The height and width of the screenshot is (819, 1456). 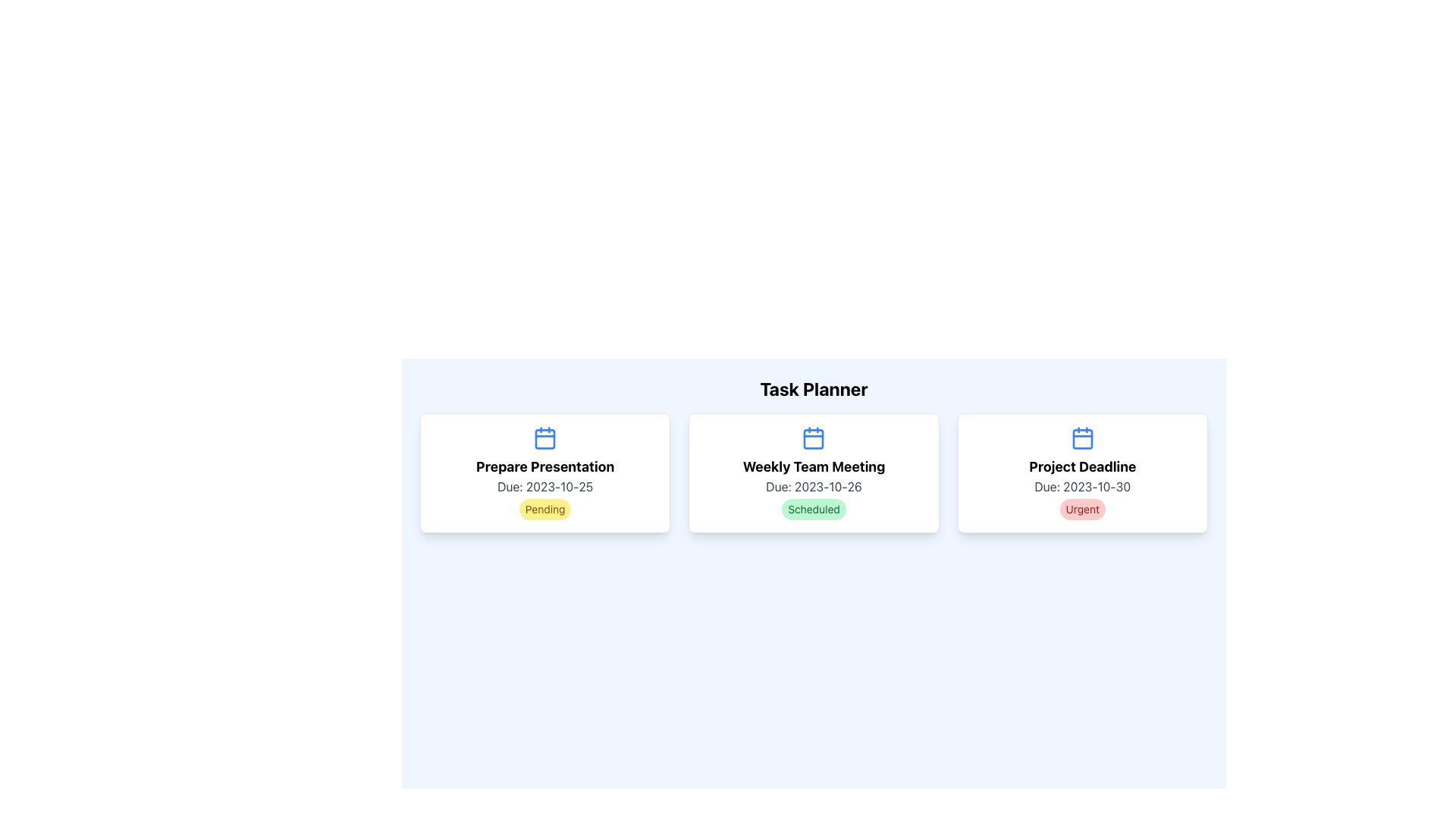 What do you see at coordinates (545, 466) in the screenshot?
I see `the text label displaying 'Prepare Presentation' to select the text. This label is prominently styled in bold and larger font` at bounding box center [545, 466].